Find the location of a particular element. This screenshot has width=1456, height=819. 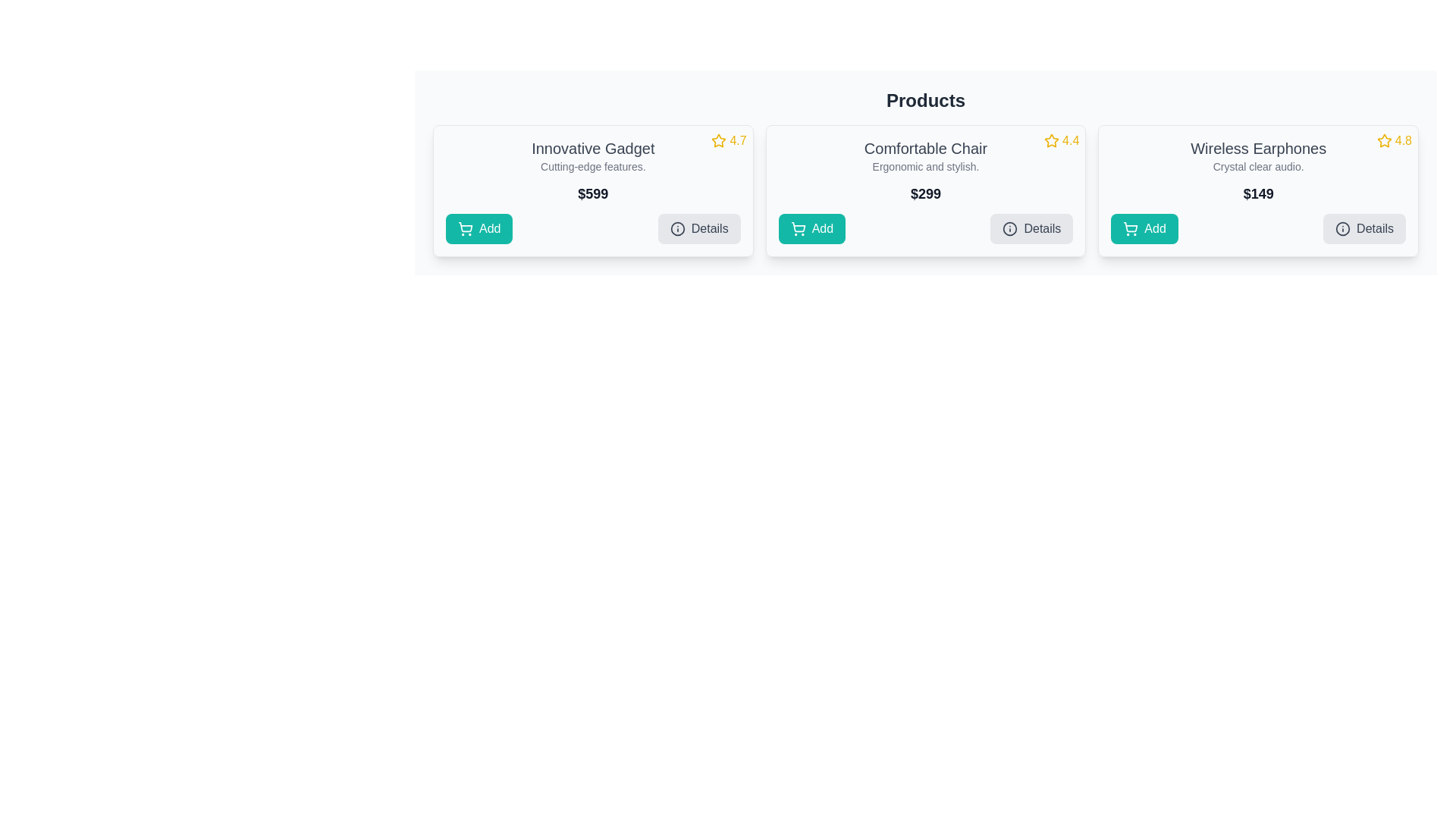

the 'Details' button, which is a rectangular button with a light gray background and rounded corners, located in the bottom right corner of the 'Comfortable Chair' product card is located at coordinates (1031, 228).